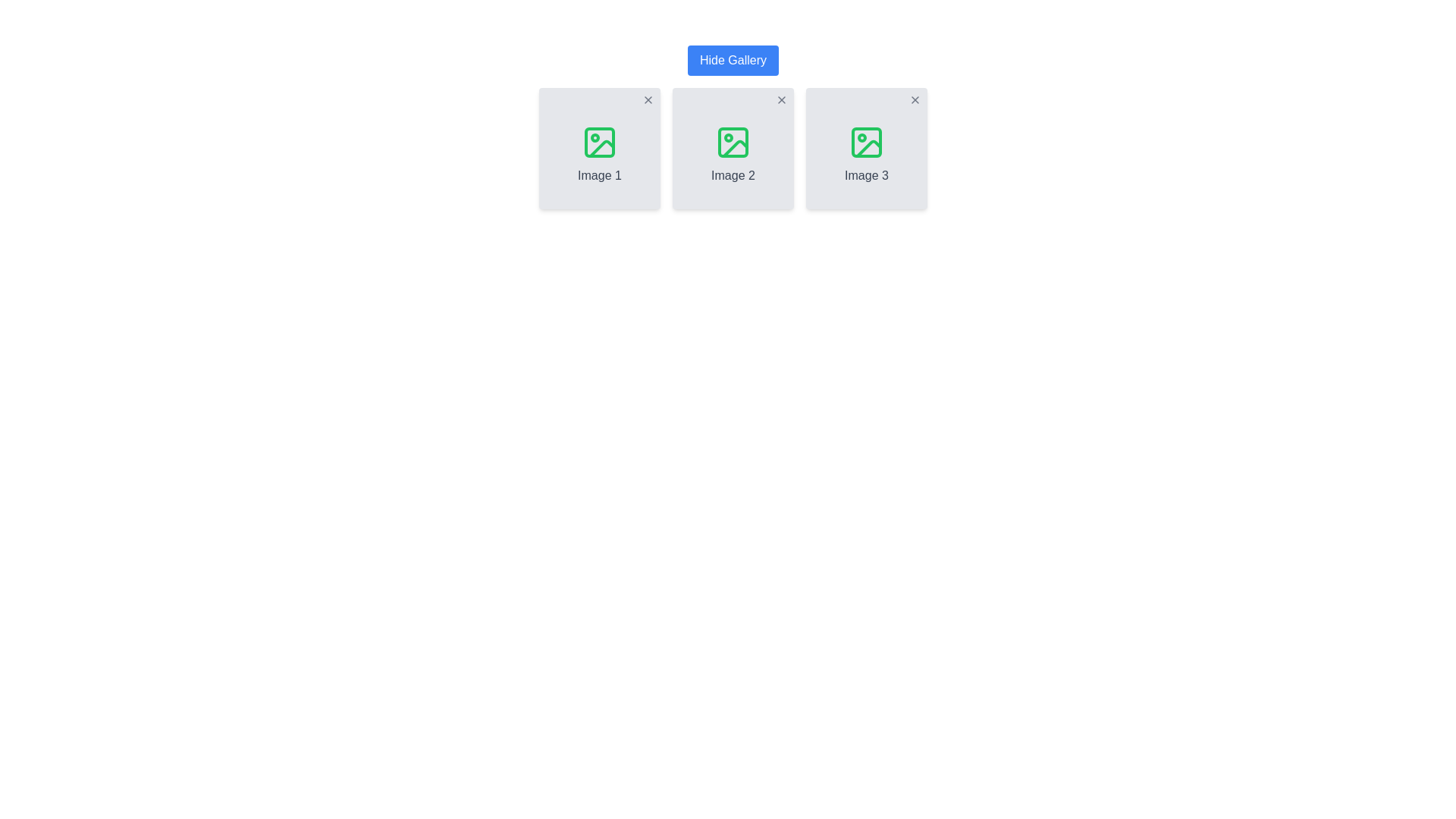 The width and height of the screenshot is (1456, 819). I want to click on the close button icon in the top-right corner of the 'Image 1' card, so click(648, 99).